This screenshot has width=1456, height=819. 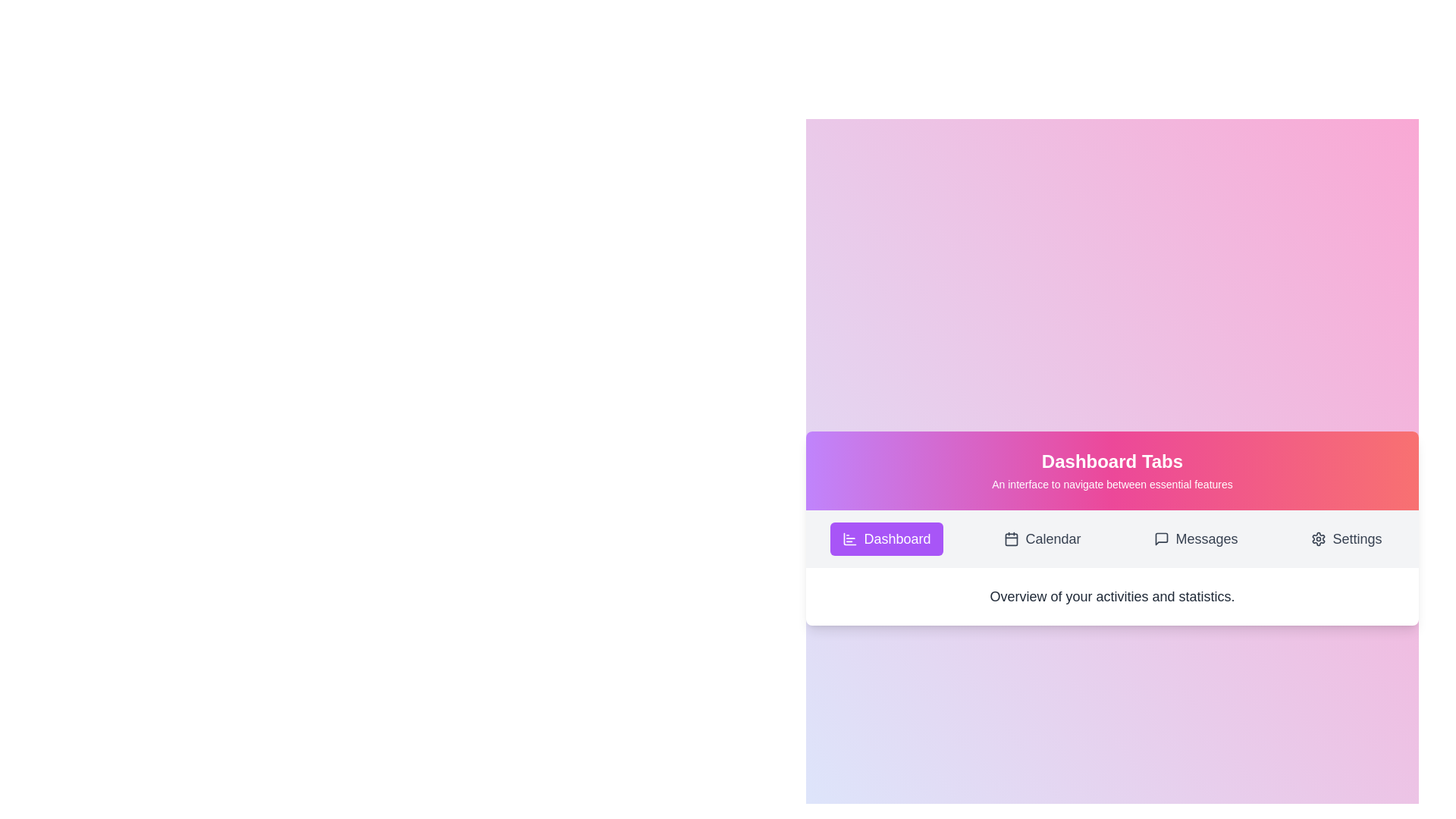 I want to click on the bold textual label reading 'Dashboard Tabs' that is prominently displayed near the top-center of the header area with a gradient background, so click(x=1112, y=461).